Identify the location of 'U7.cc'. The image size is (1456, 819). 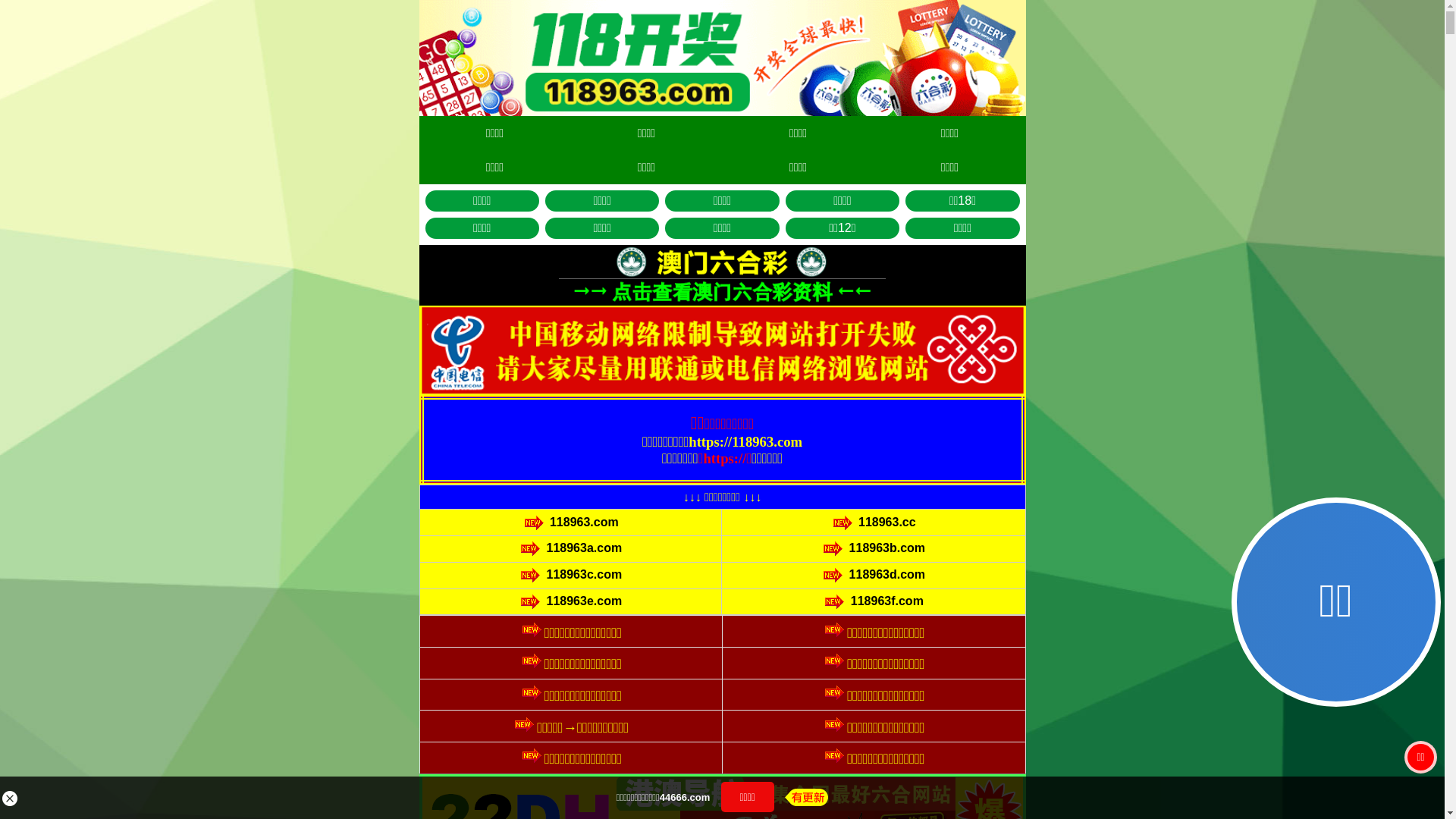
(657, 515).